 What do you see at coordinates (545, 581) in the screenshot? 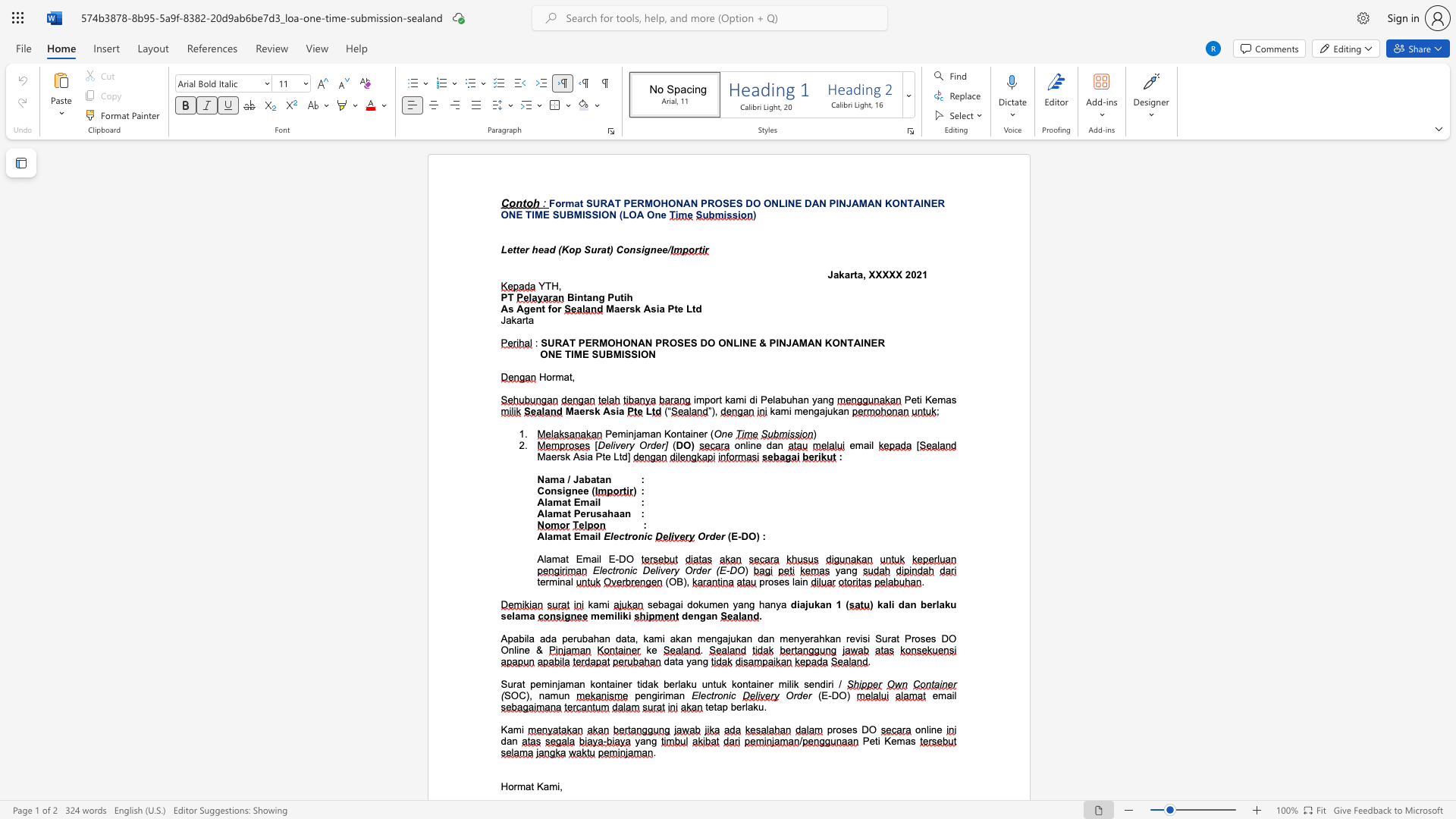
I see `the subset text "rmin" within the text "terminal"` at bounding box center [545, 581].